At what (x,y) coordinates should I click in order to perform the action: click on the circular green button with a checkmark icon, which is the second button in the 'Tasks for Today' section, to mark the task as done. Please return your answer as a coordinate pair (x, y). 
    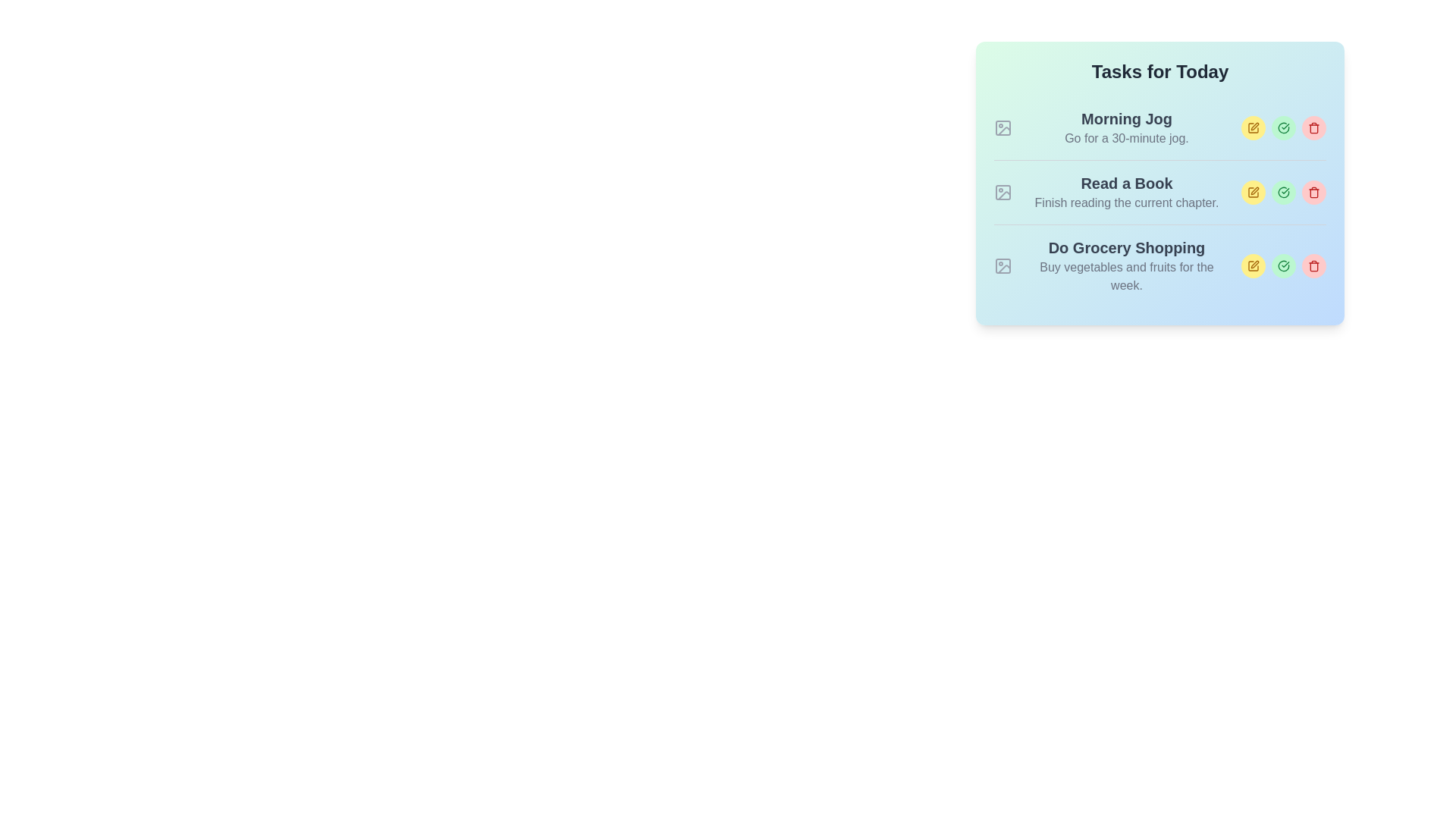
    Looking at the image, I should click on (1283, 127).